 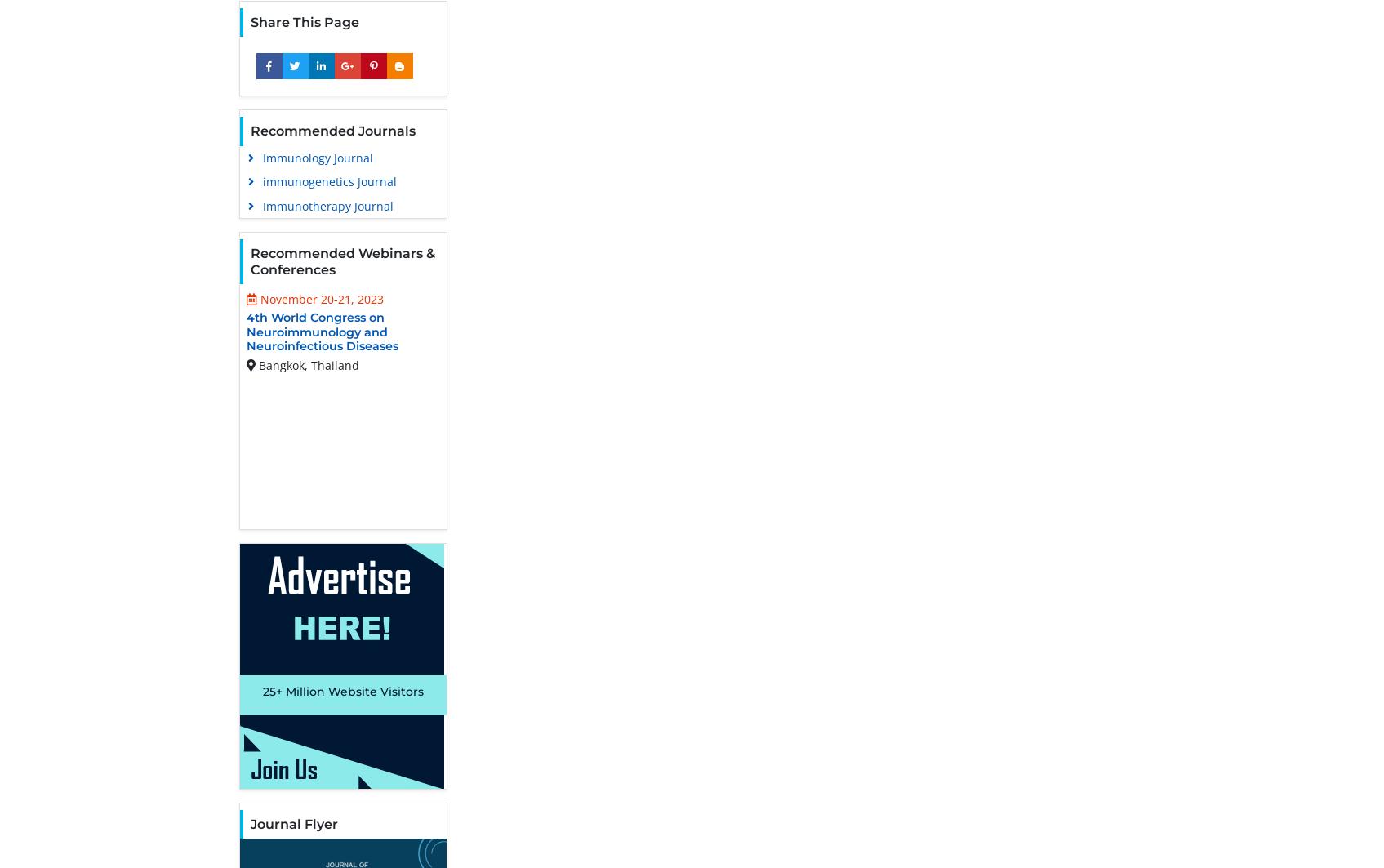 What do you see at coordinates (271, 690) in the screenshot?
I see `'25+'` at bounding box center [271, 690].